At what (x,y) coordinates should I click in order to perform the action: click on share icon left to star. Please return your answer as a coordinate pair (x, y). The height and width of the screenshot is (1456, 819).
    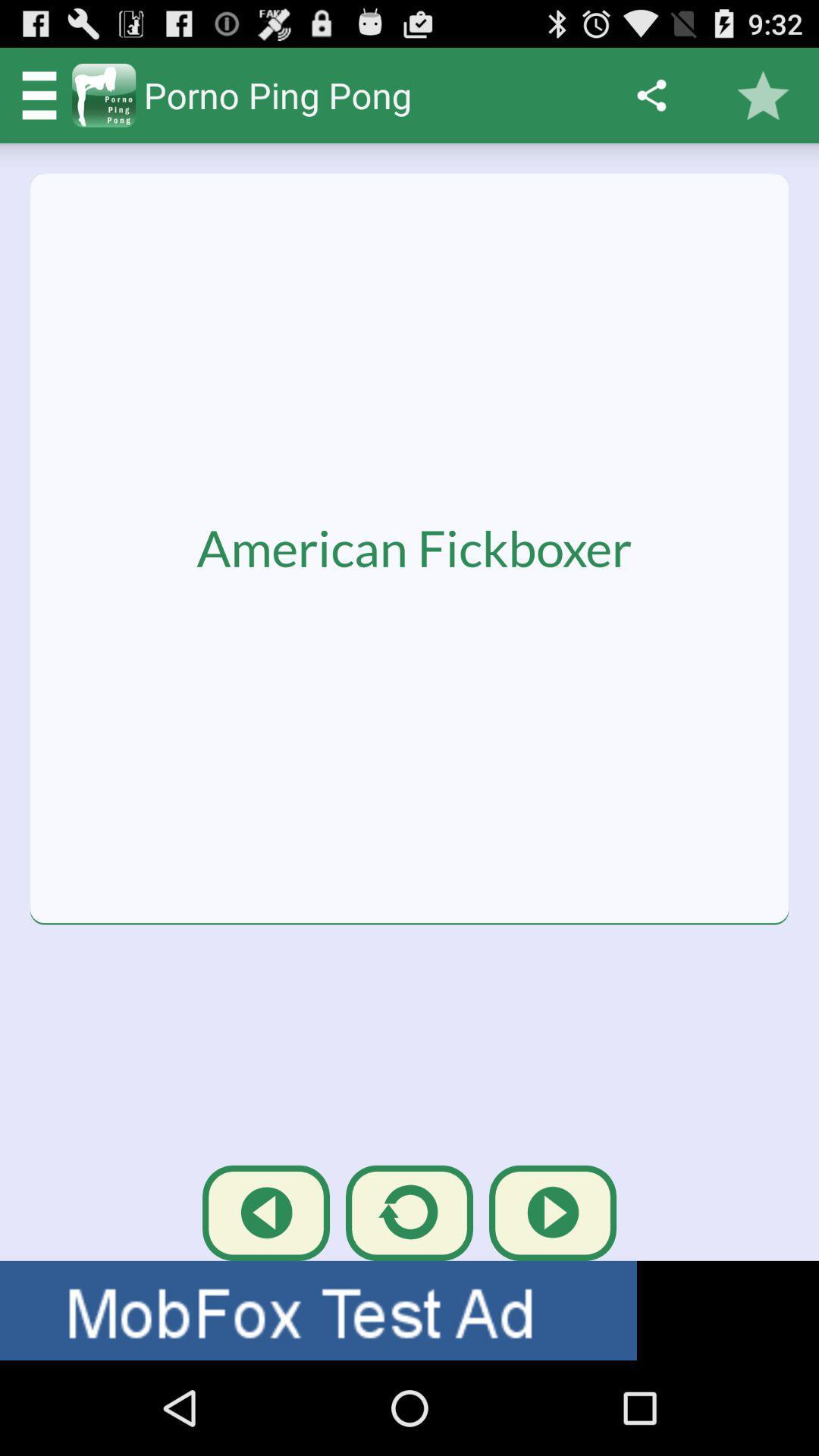
    Looking at the image, I should click on (651, 94).